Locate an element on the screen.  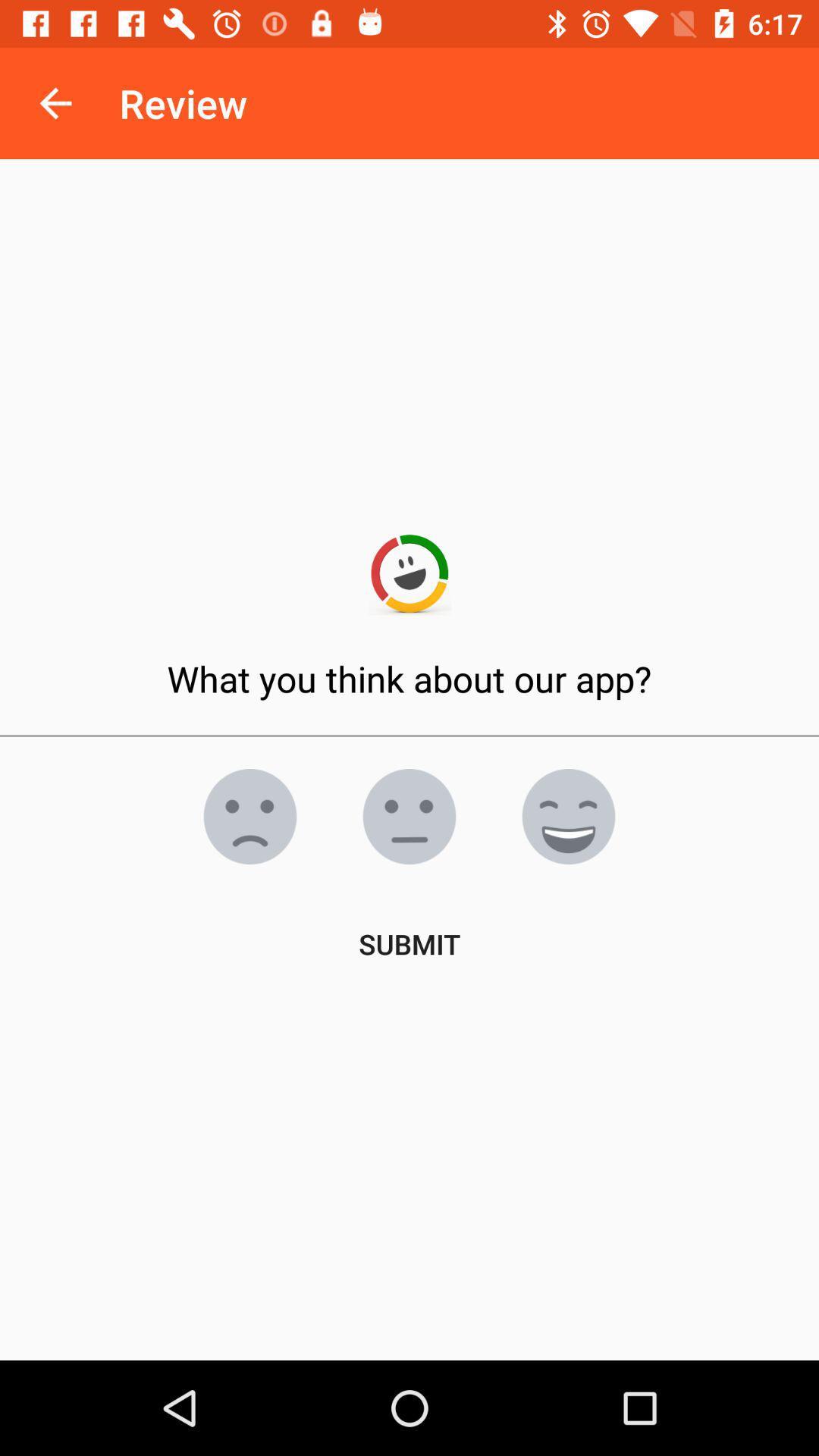
item on the left is located at coordinates (249, 815).